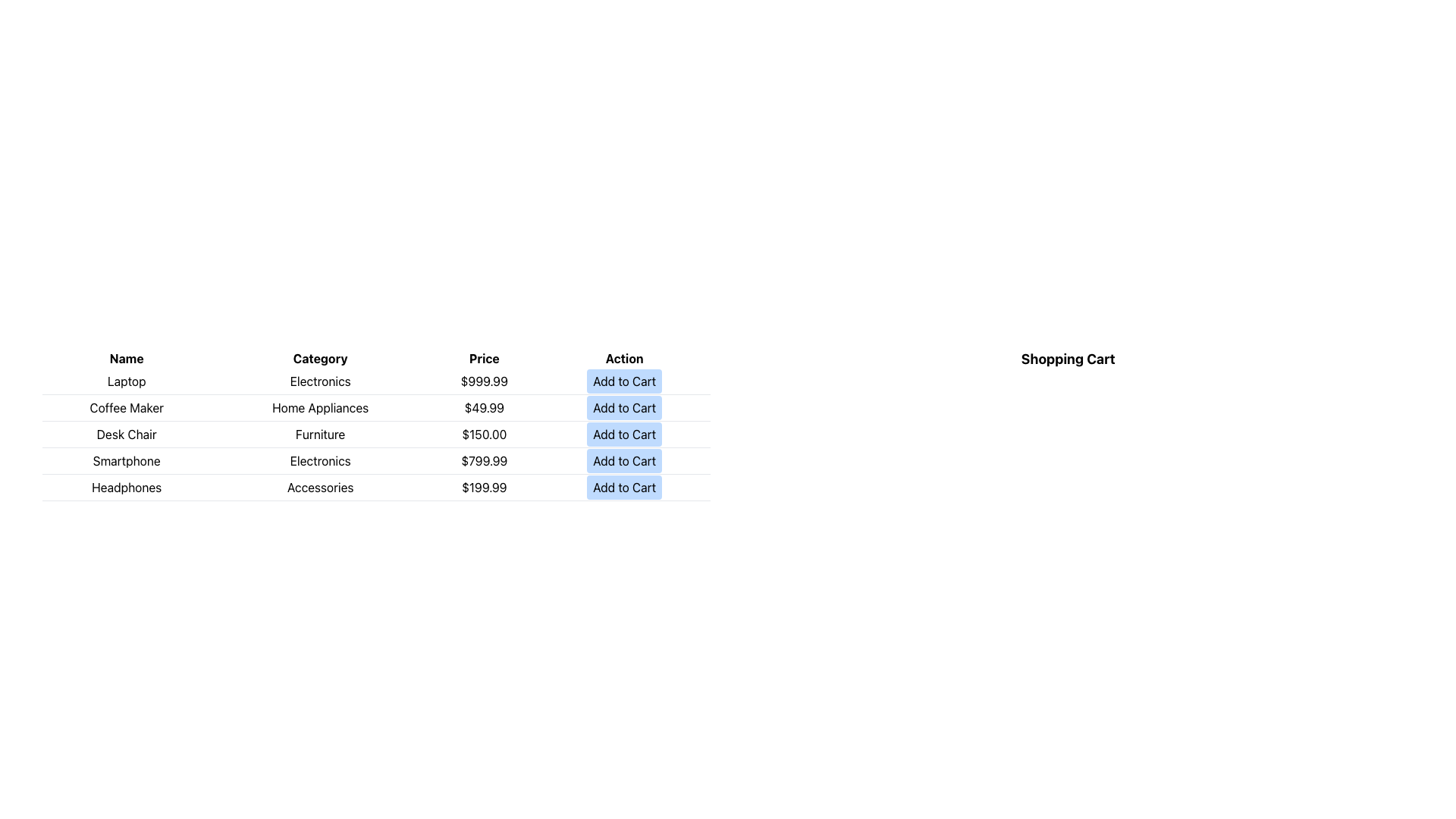  Describe the element at coordinates (376, 406) in the screenshot. I see `the second row of the product summary table for the Coffee Maker, which includes its category, price, and add to cart button` at that location.